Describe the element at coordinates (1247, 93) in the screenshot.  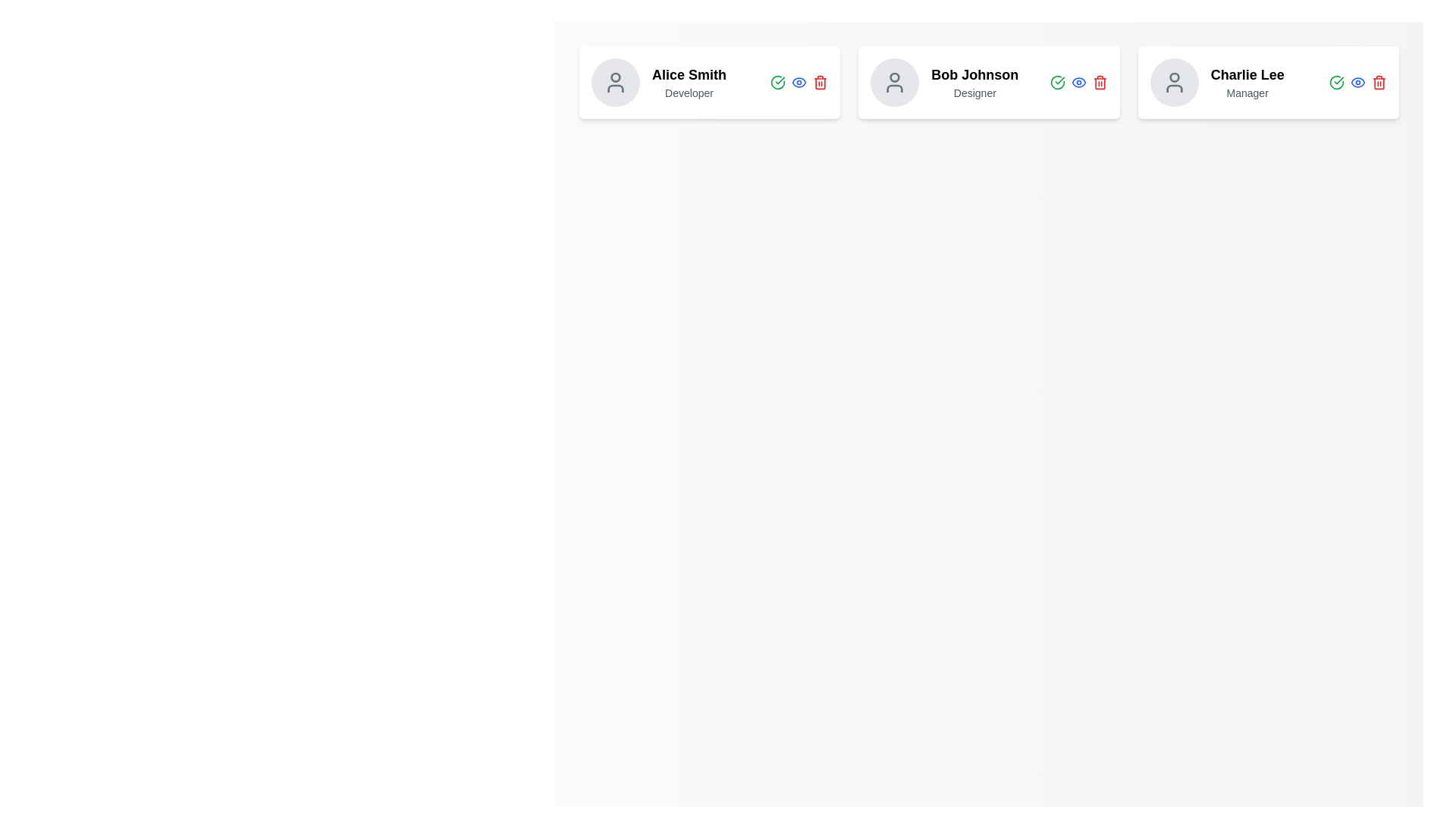
I see `the Text Label indicating the role or position of the individual represented in the user card, located in the top-right user card, below the name label` at that location.